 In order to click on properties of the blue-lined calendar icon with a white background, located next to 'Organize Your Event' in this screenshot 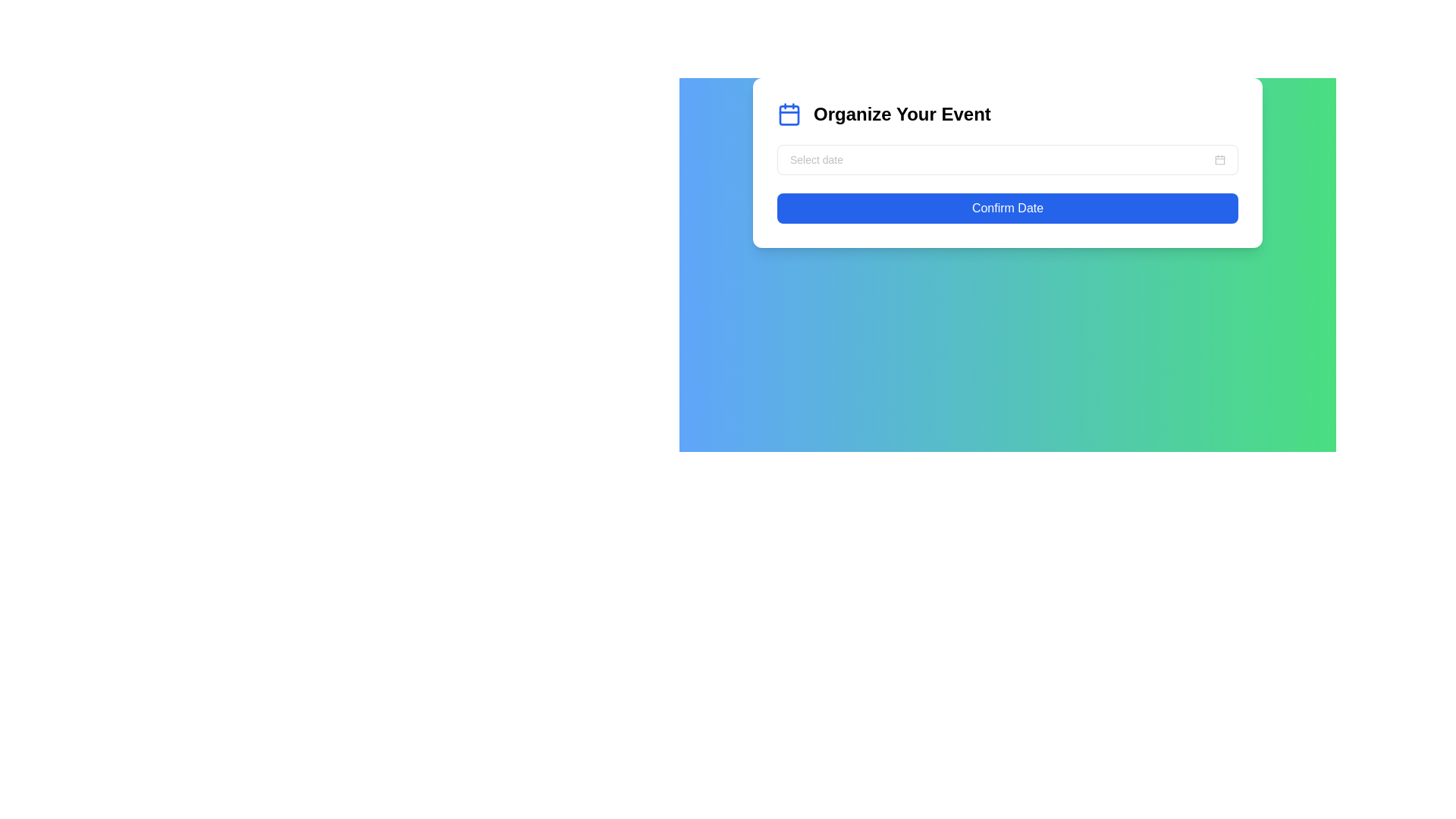, I will do `click(789, 113)`.